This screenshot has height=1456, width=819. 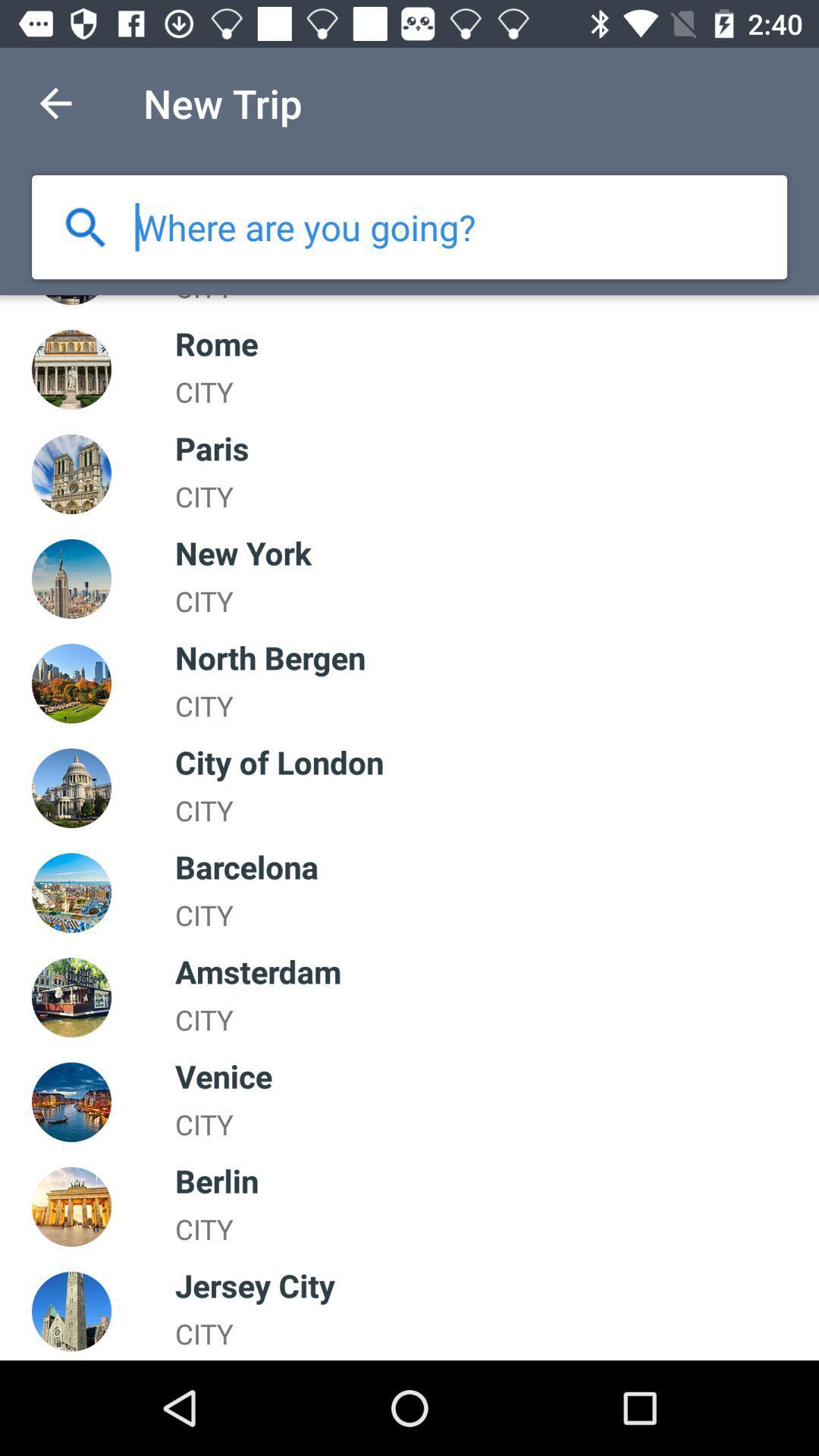 I want to click on tap the north bergens image, so click(x=71, y=682).